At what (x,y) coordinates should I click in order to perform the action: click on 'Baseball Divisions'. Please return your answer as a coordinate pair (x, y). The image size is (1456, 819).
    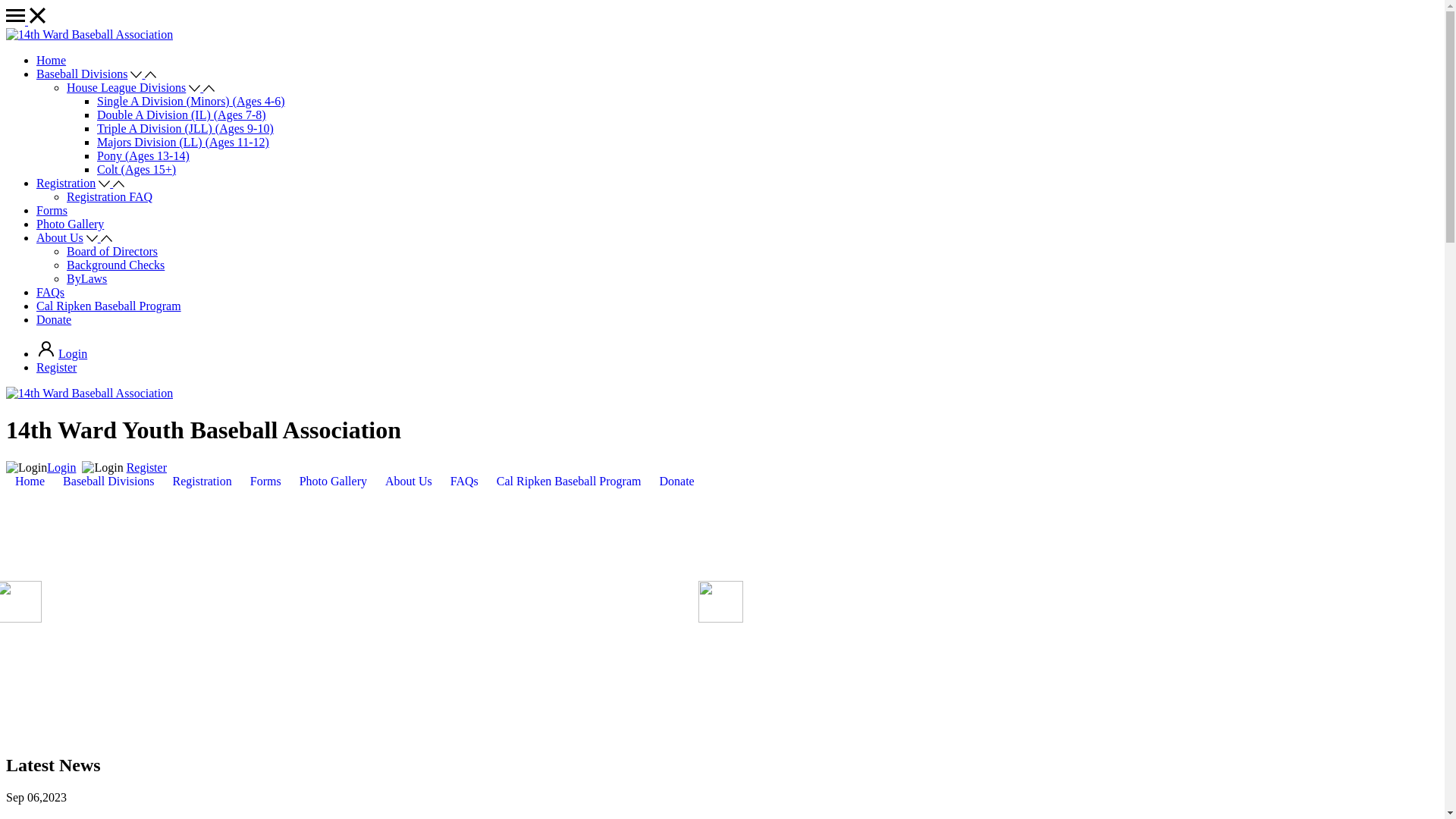
    Looking at the image, I should click on (80, 74).